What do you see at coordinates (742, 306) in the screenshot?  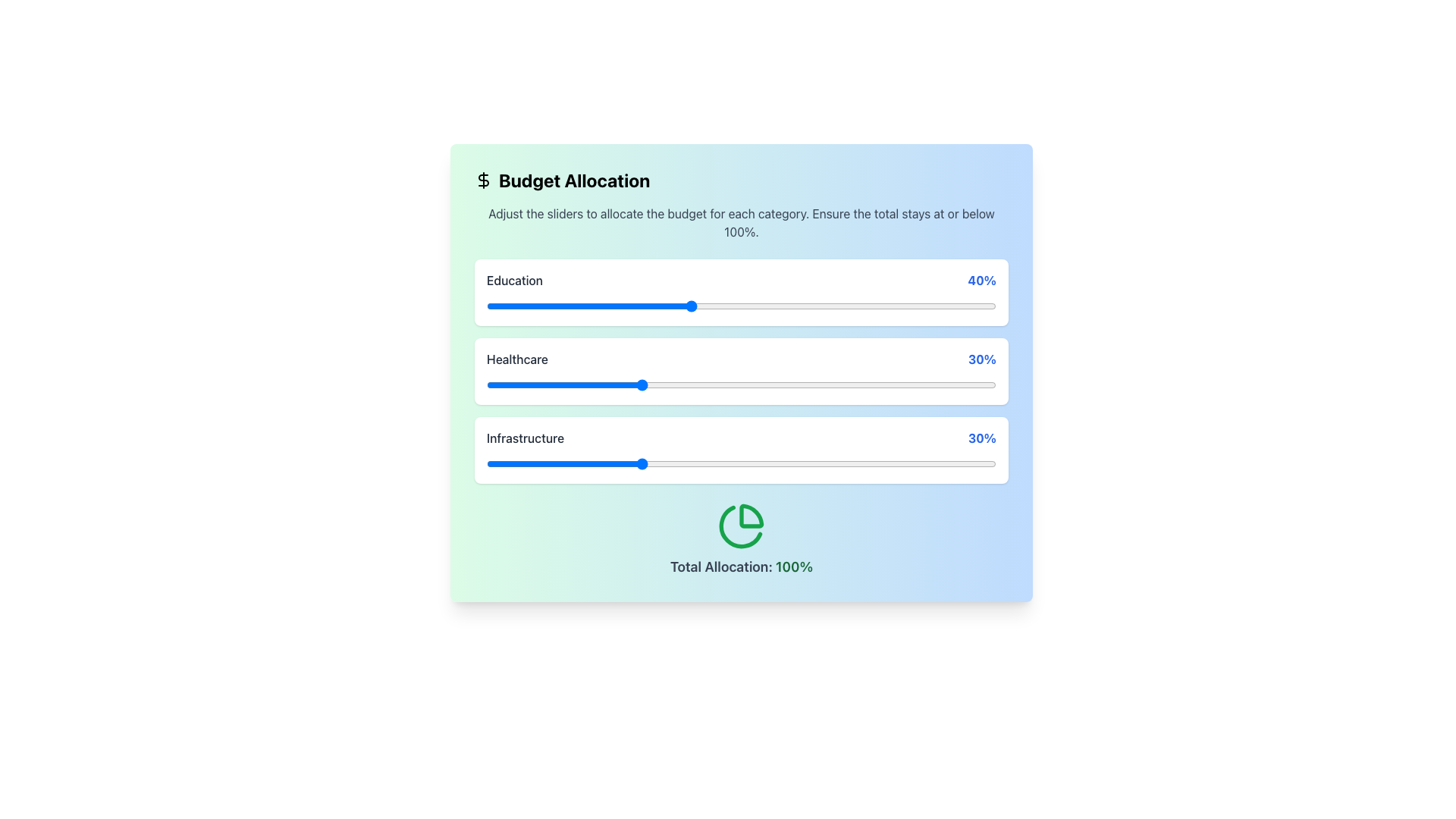 I see `the thumb of the 'Education' slider located below the label 'Education' and percentage value '40%'` at bounding box center [742, 306].